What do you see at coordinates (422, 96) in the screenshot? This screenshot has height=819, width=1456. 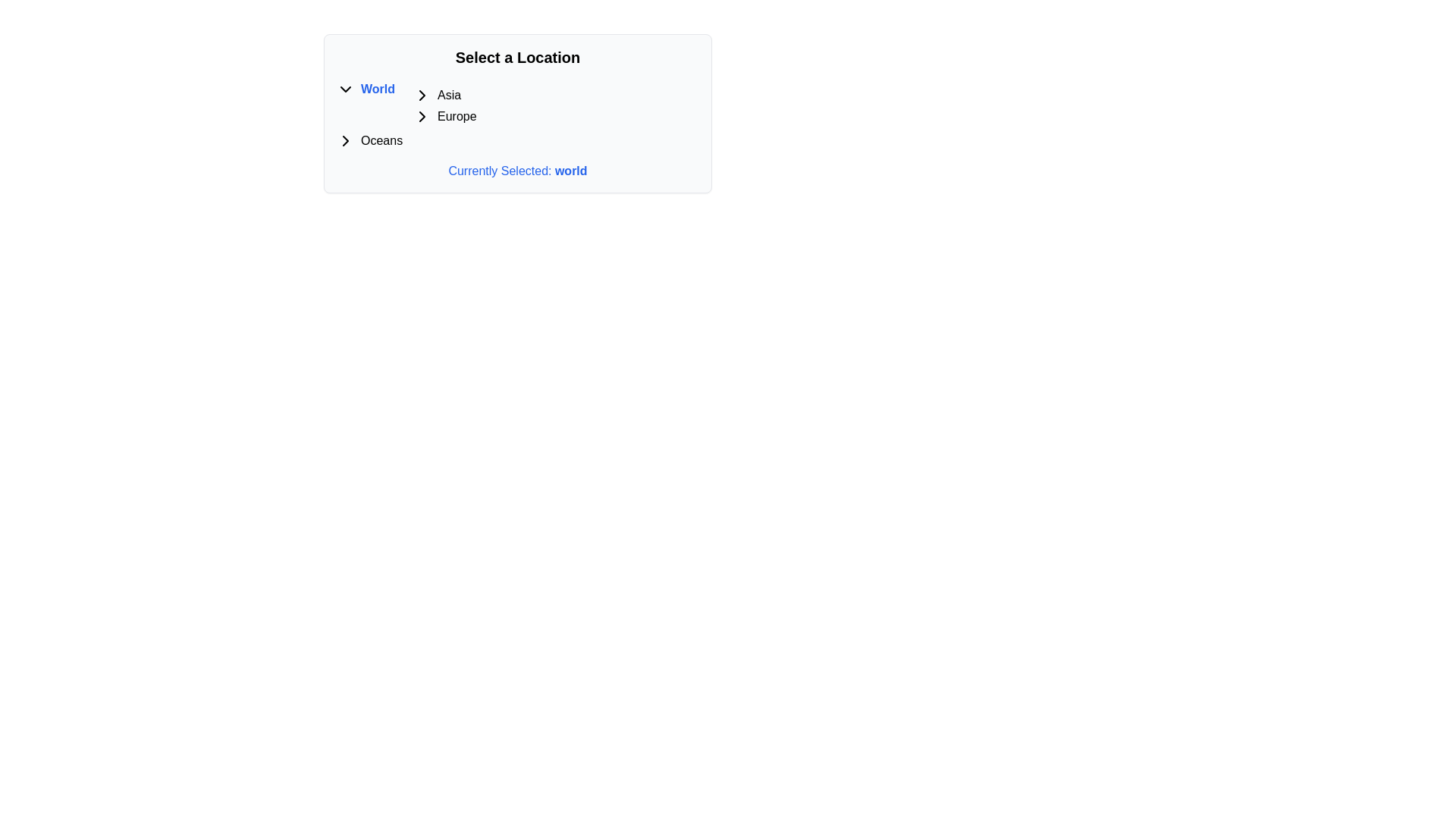 I see `the right-facing chevron icon next to the 'Asia' label` at bounding box center [422, 96].